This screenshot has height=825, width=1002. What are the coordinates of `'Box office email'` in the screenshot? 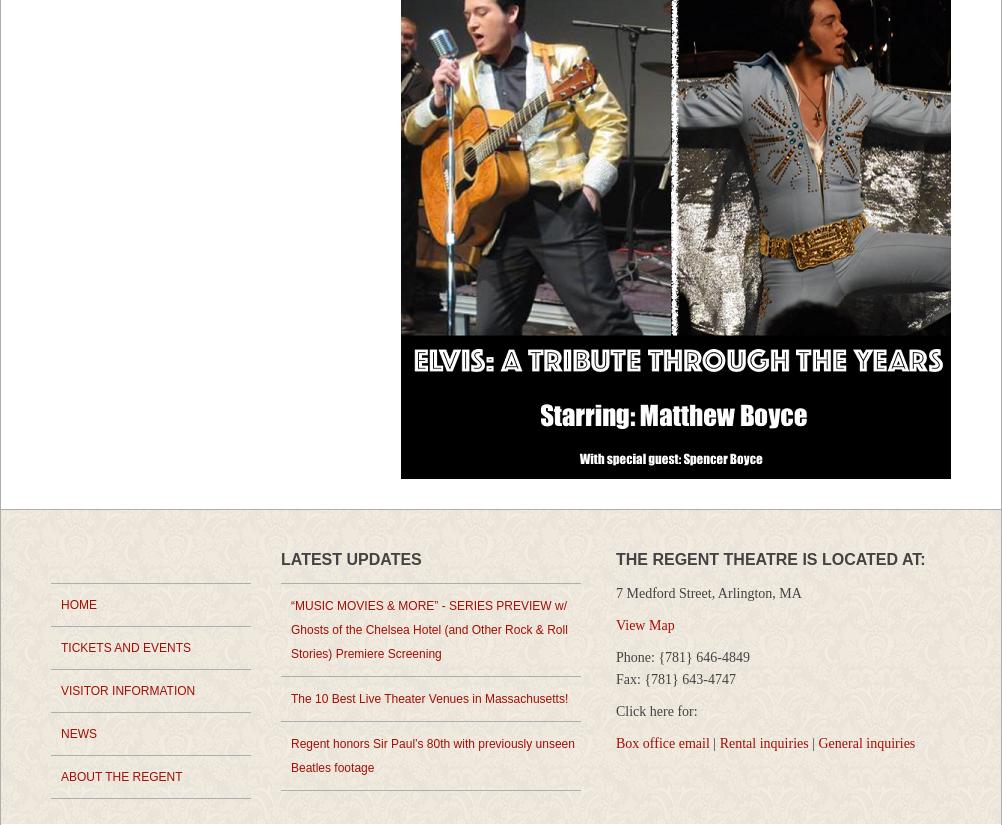 It's located at (661, 743).